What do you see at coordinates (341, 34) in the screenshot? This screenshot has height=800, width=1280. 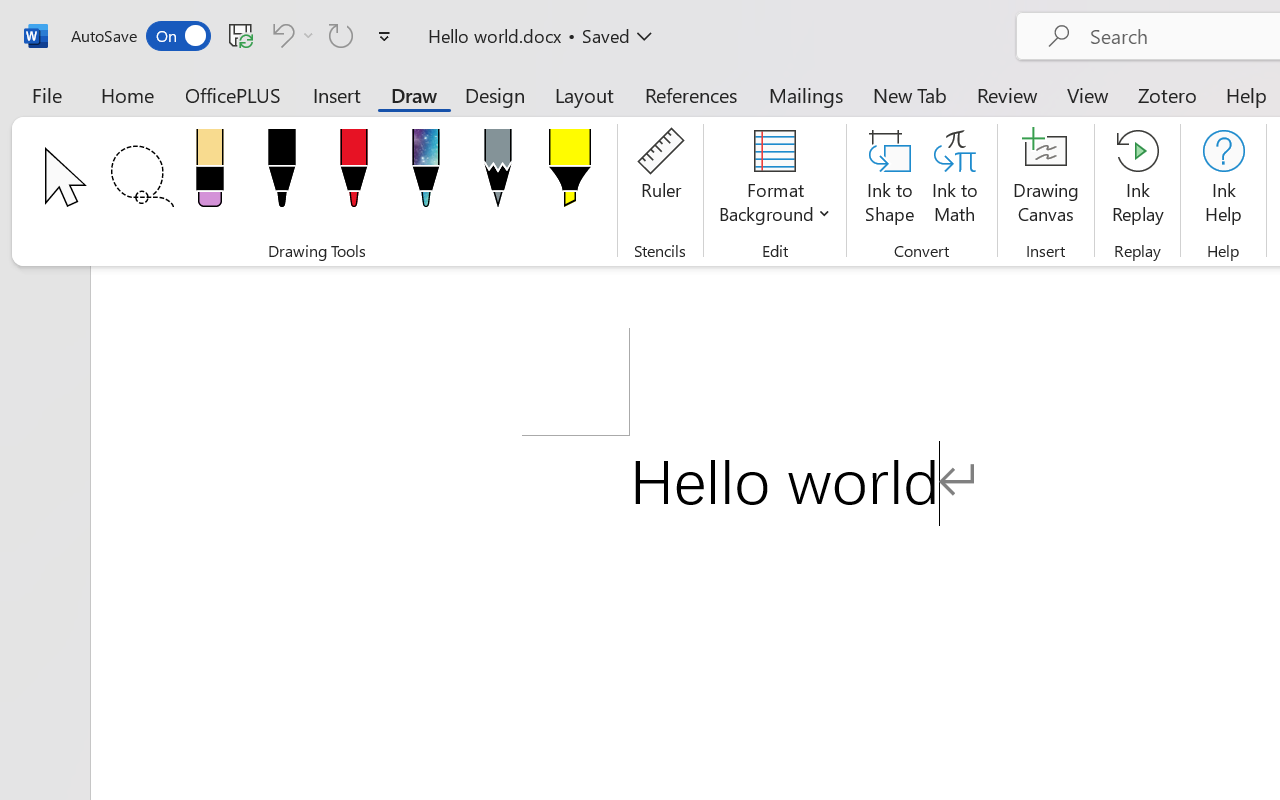 I see `'Can'` at bounding box center [341, 34].